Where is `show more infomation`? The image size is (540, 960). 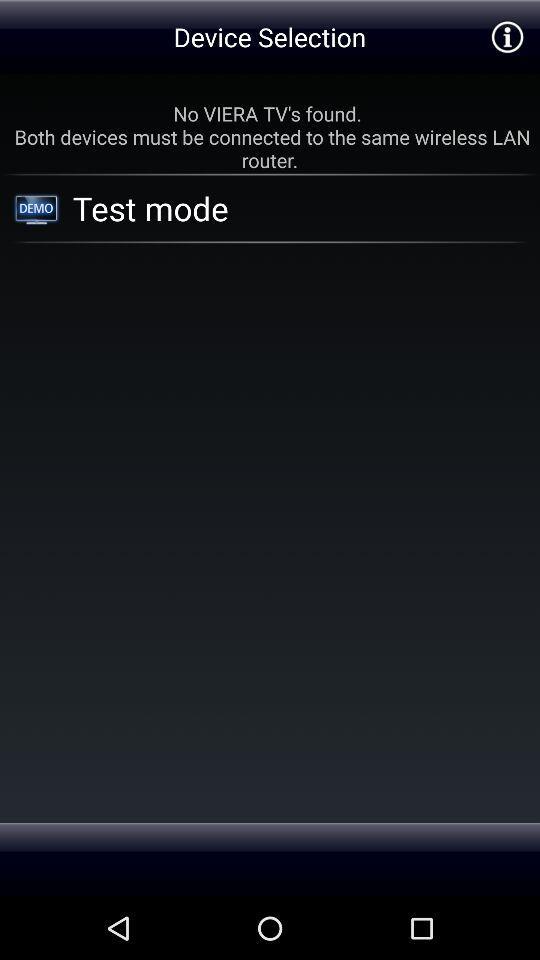 show more infomation is located at coordinates (507, 35).